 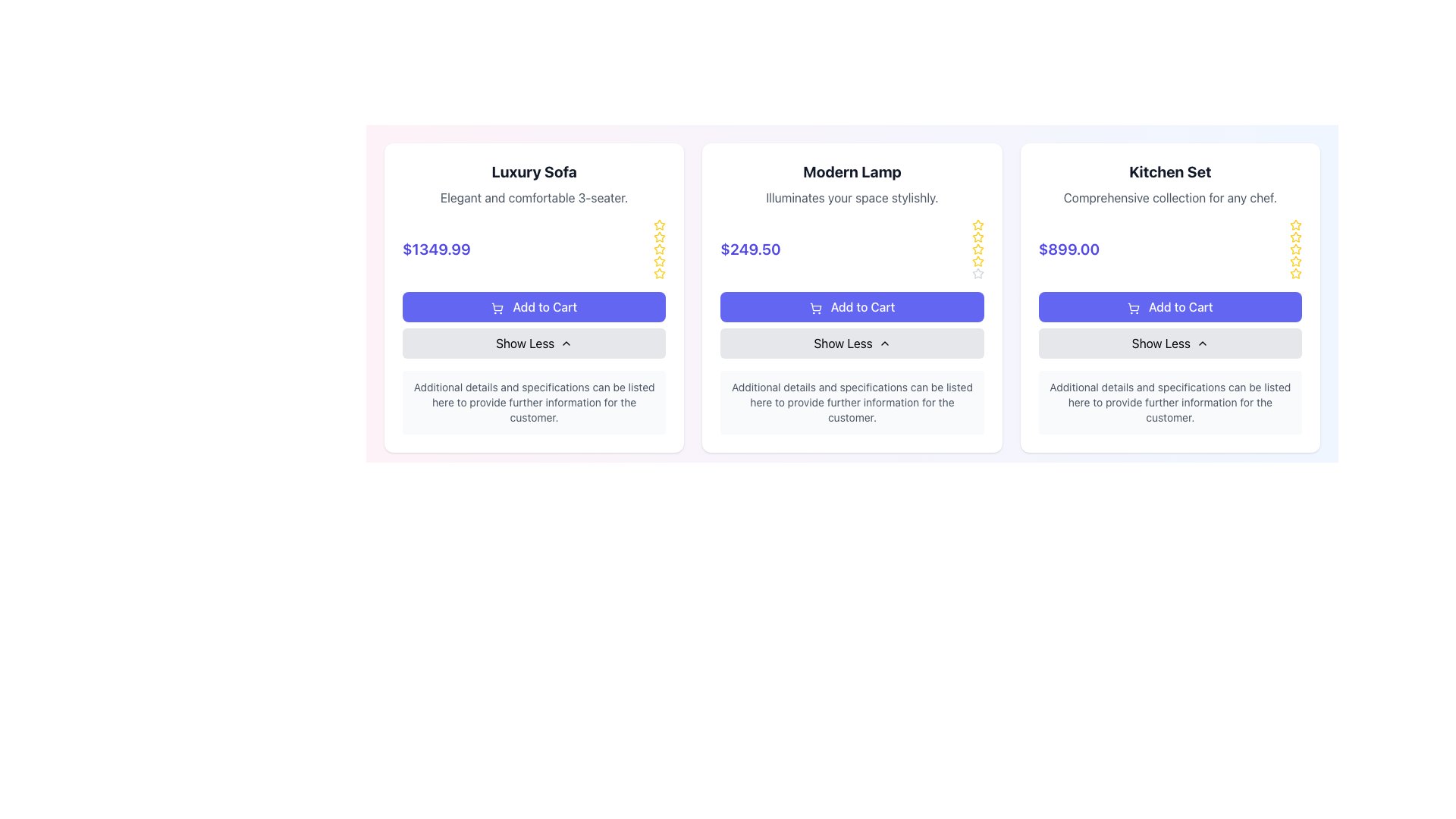 What do you see at coordinates (1294, 224) in the screenshot?
I see `the first star rating icon in the rating section of the 'Kitchen Set' product card to assign a one-star rating` at bounding box center [1294, 224].